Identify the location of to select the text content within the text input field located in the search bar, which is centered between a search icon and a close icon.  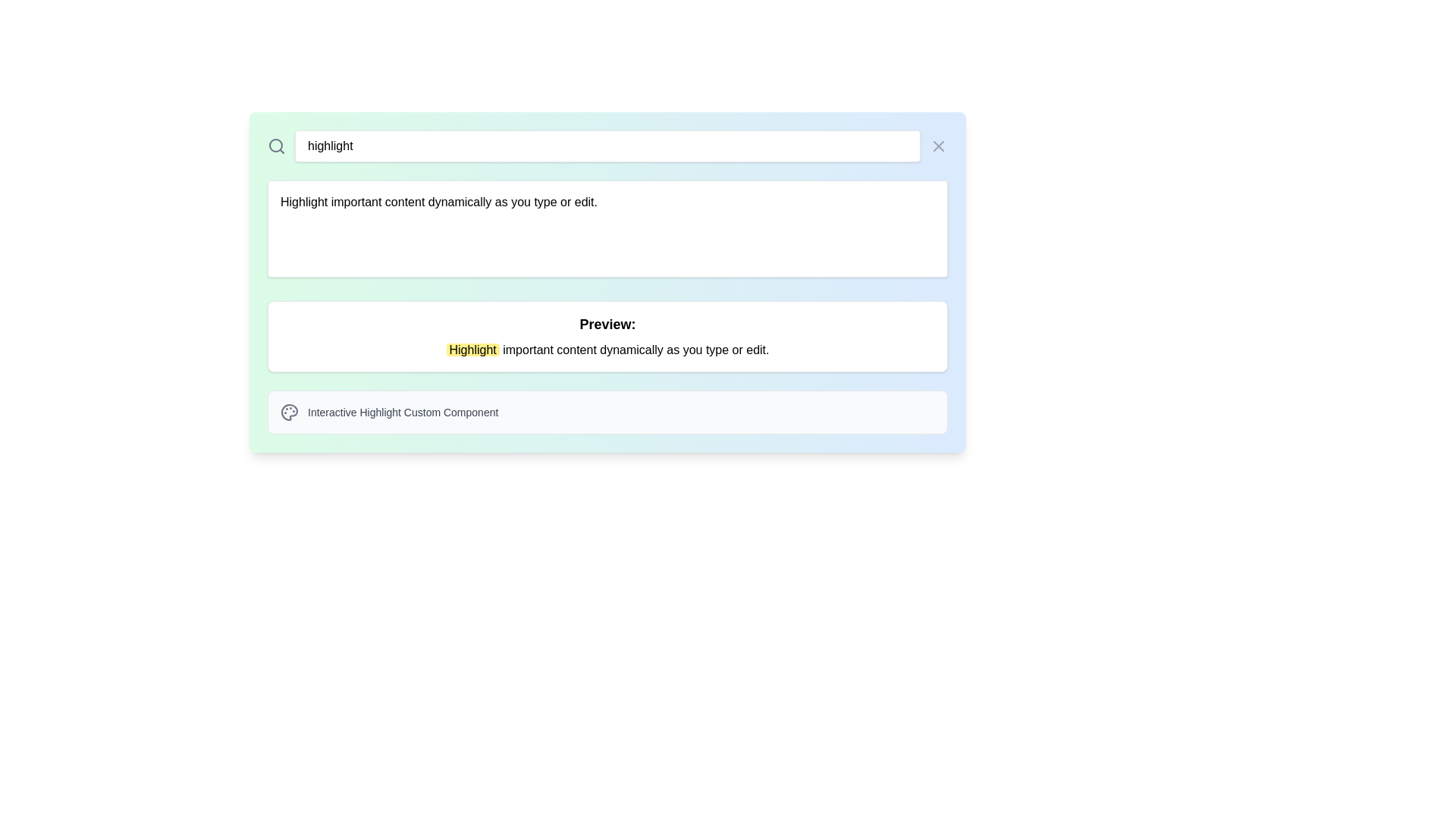
(607, 146).